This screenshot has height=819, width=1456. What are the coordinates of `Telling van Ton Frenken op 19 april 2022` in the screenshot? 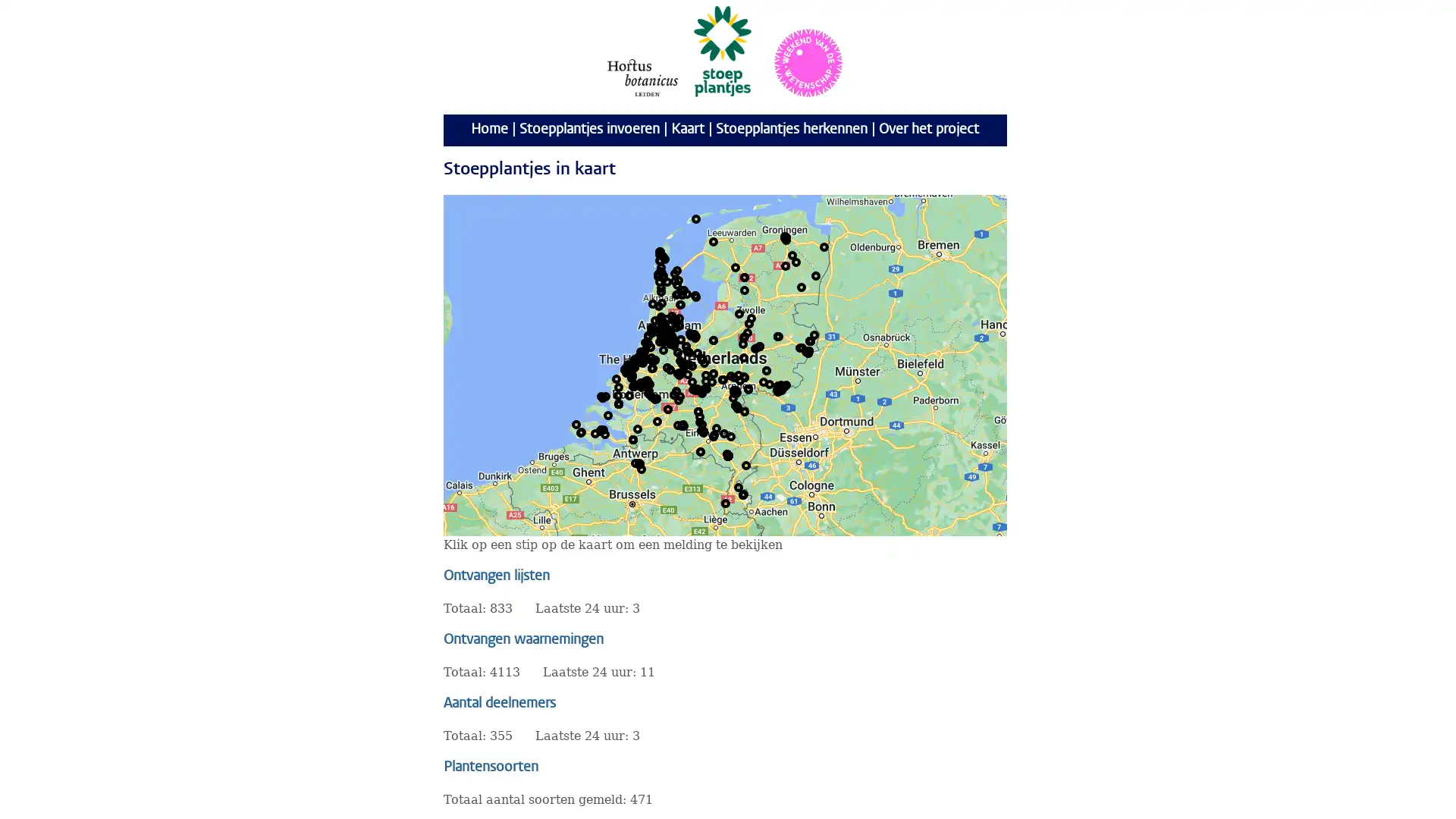 It's located at (728, 454).